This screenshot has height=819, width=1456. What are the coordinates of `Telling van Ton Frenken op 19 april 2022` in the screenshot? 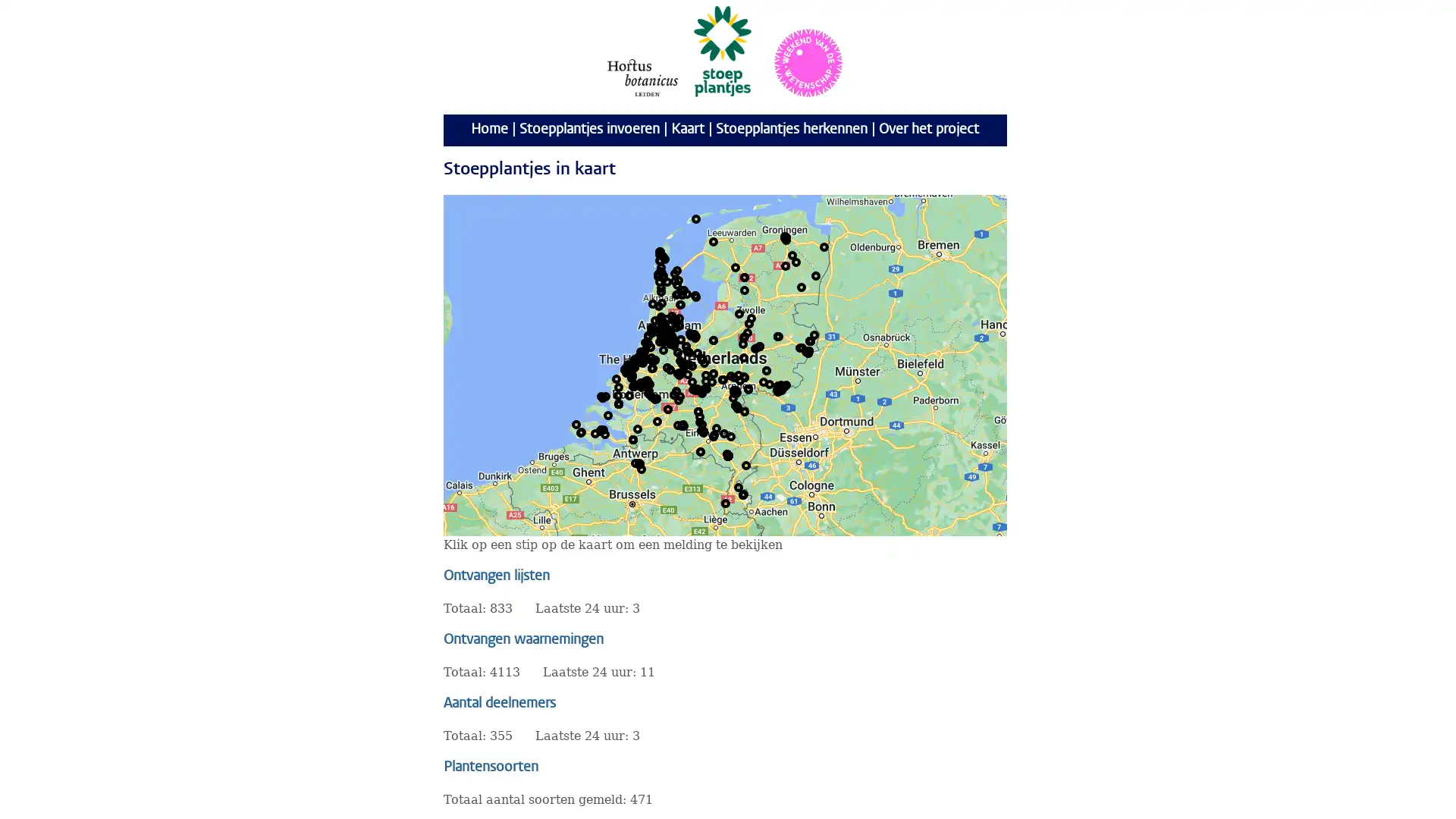 It's located at (728, 454).